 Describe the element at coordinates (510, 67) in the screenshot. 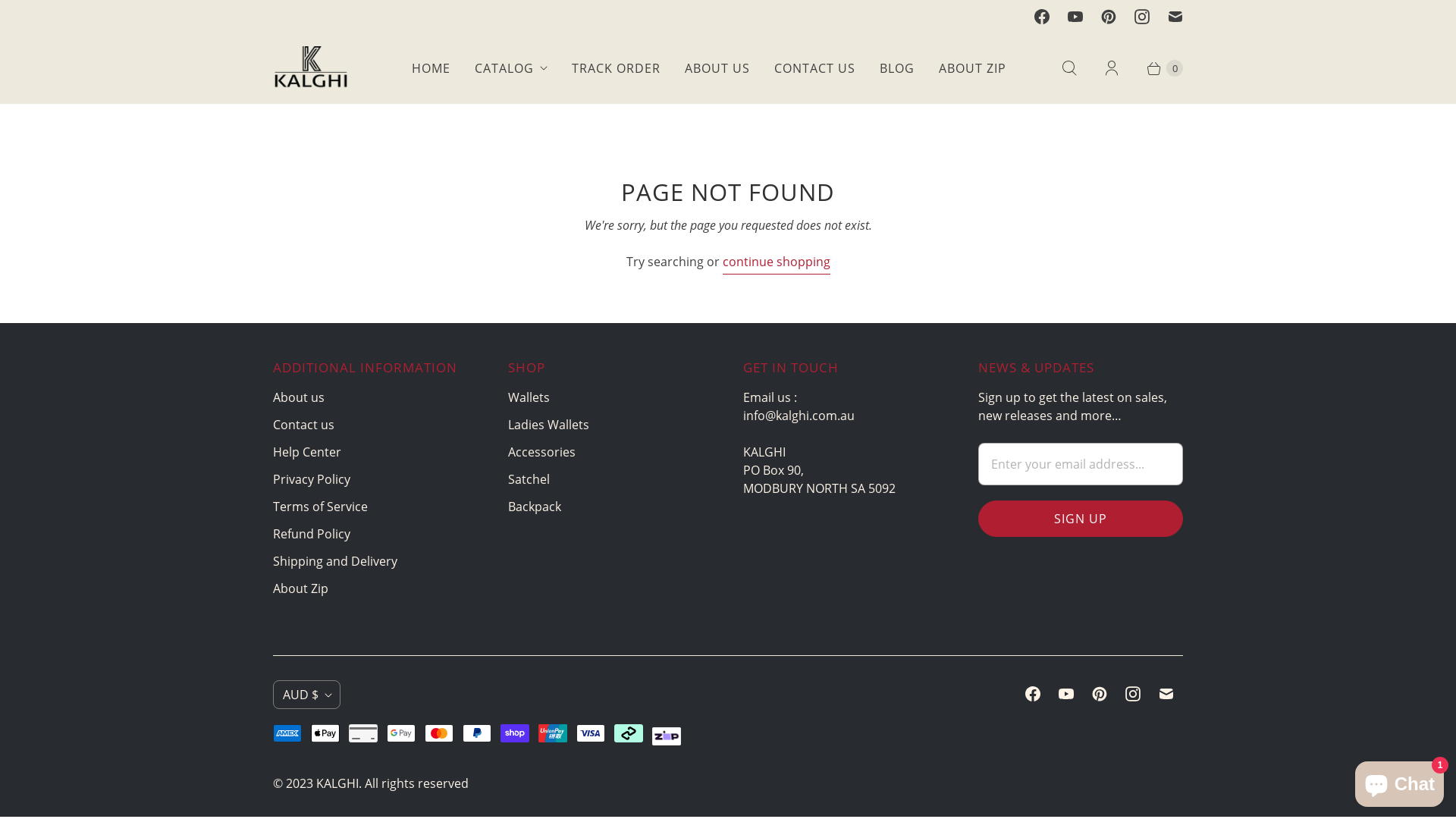

I see `'CATALOG'` at that location.